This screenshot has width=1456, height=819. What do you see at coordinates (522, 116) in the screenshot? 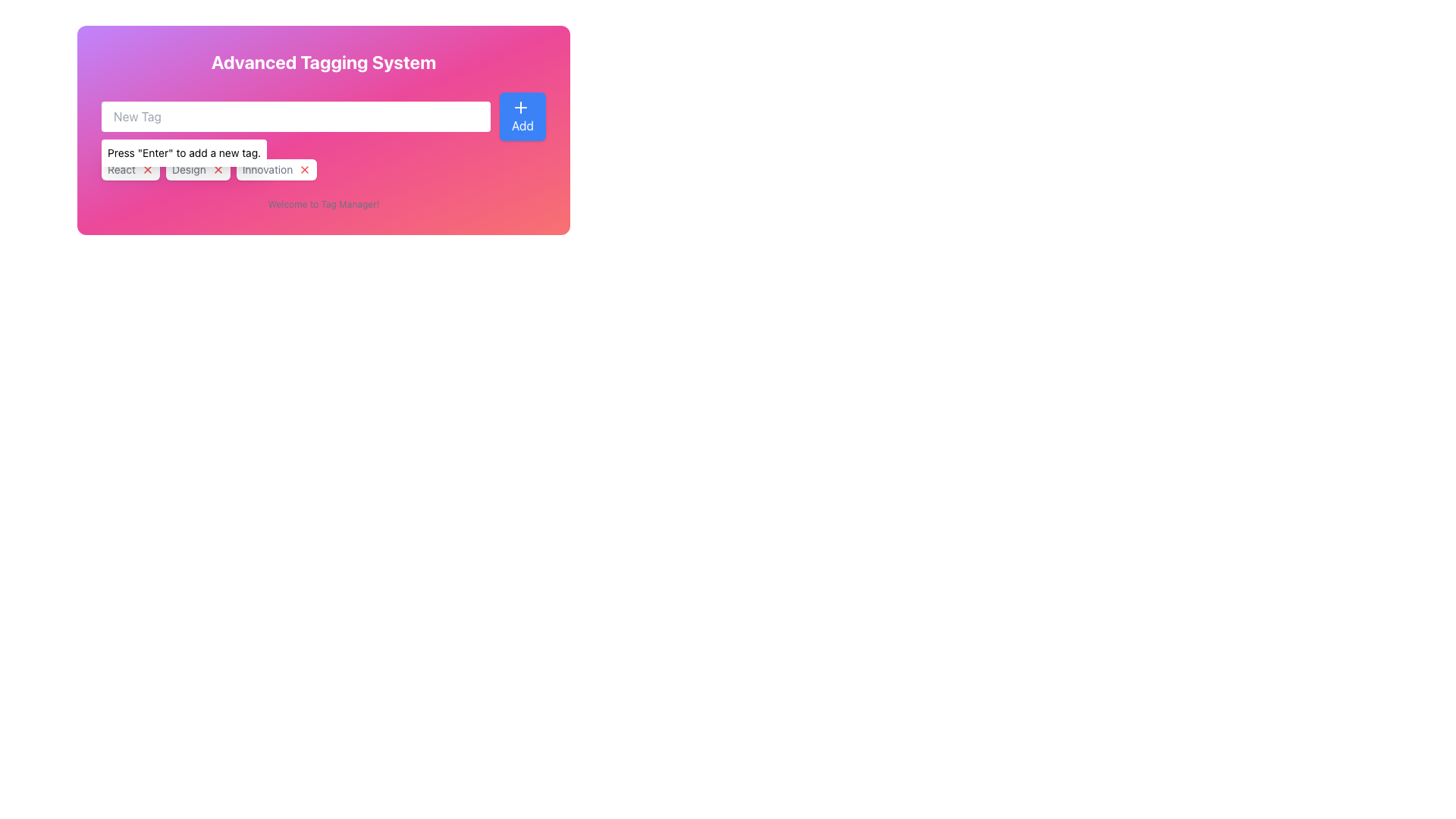
I see `the blue 'Add' button with a white plus icon` at bounding box center [522, 116].